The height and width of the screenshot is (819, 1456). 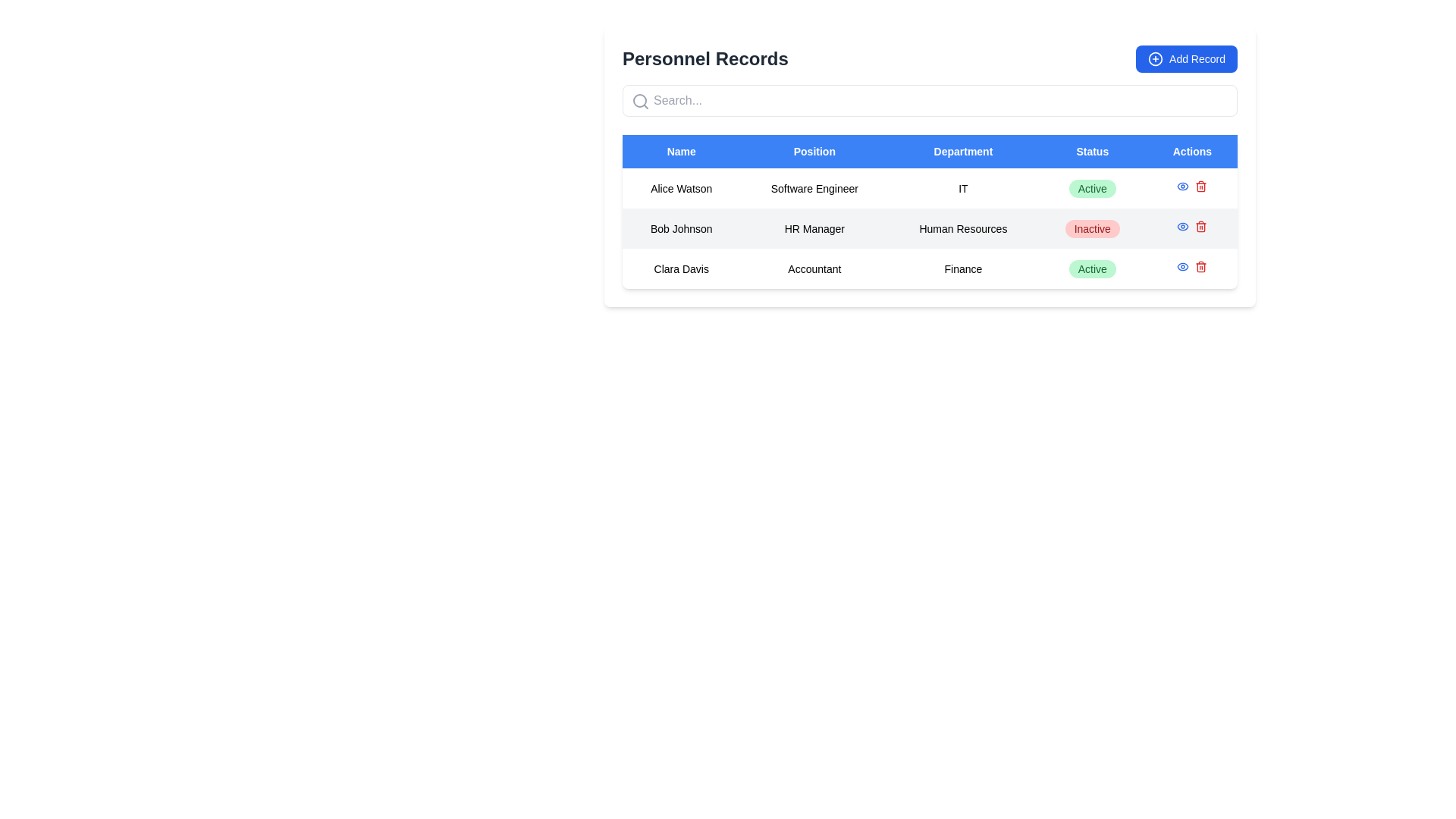 I want to click on the interactive button in the 'Actions' column of the second row, so click(x=1182, y=227).